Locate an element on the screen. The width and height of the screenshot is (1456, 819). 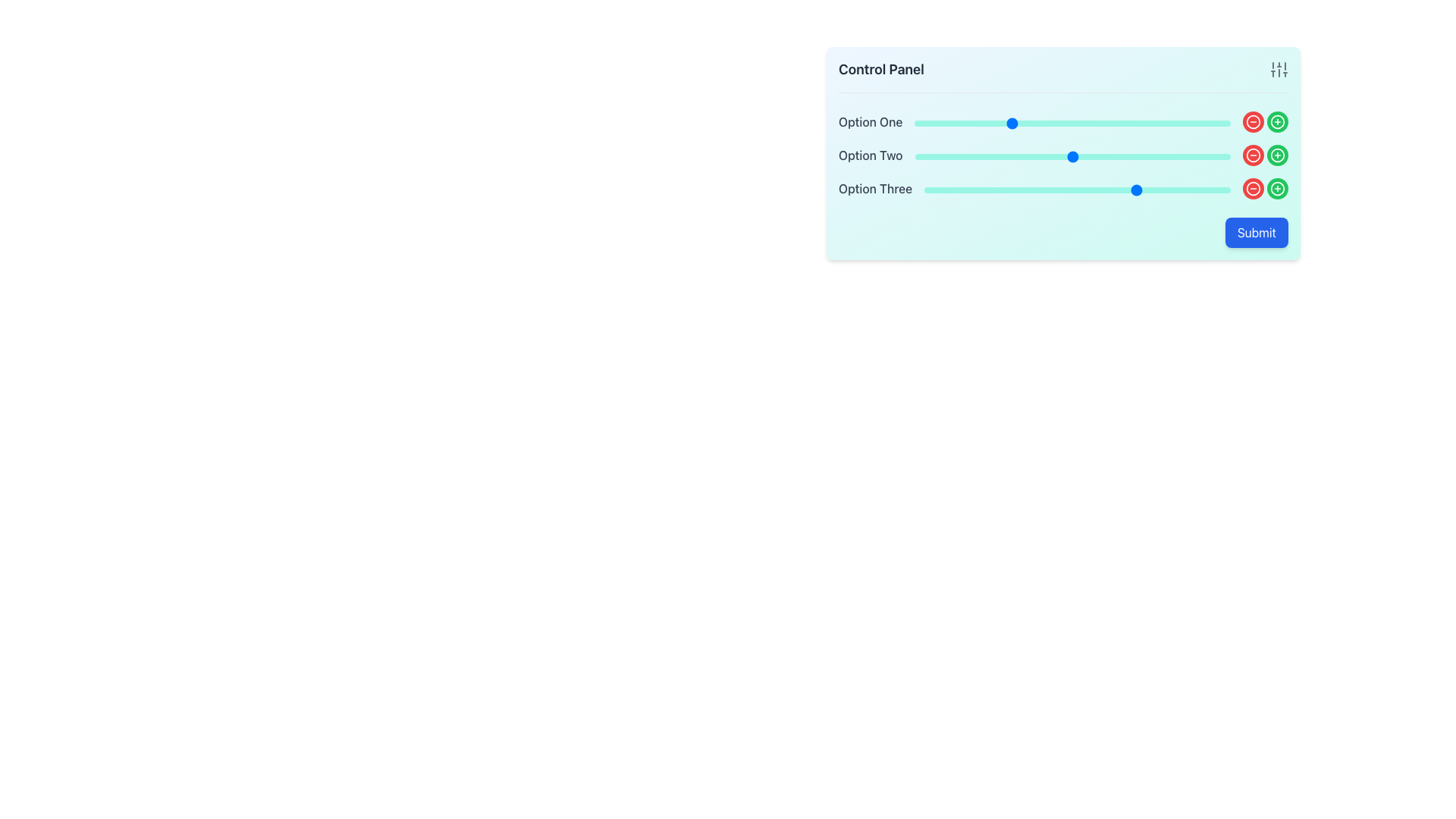
the composite element consisting of two circular buttons, the left red button with a minus sign for decrementing and the right green button with a plus sign for incrementing, located in the third row of the control panel, aligned to the right of the 'Option Three' slider is located at coordinates (1266, 188).